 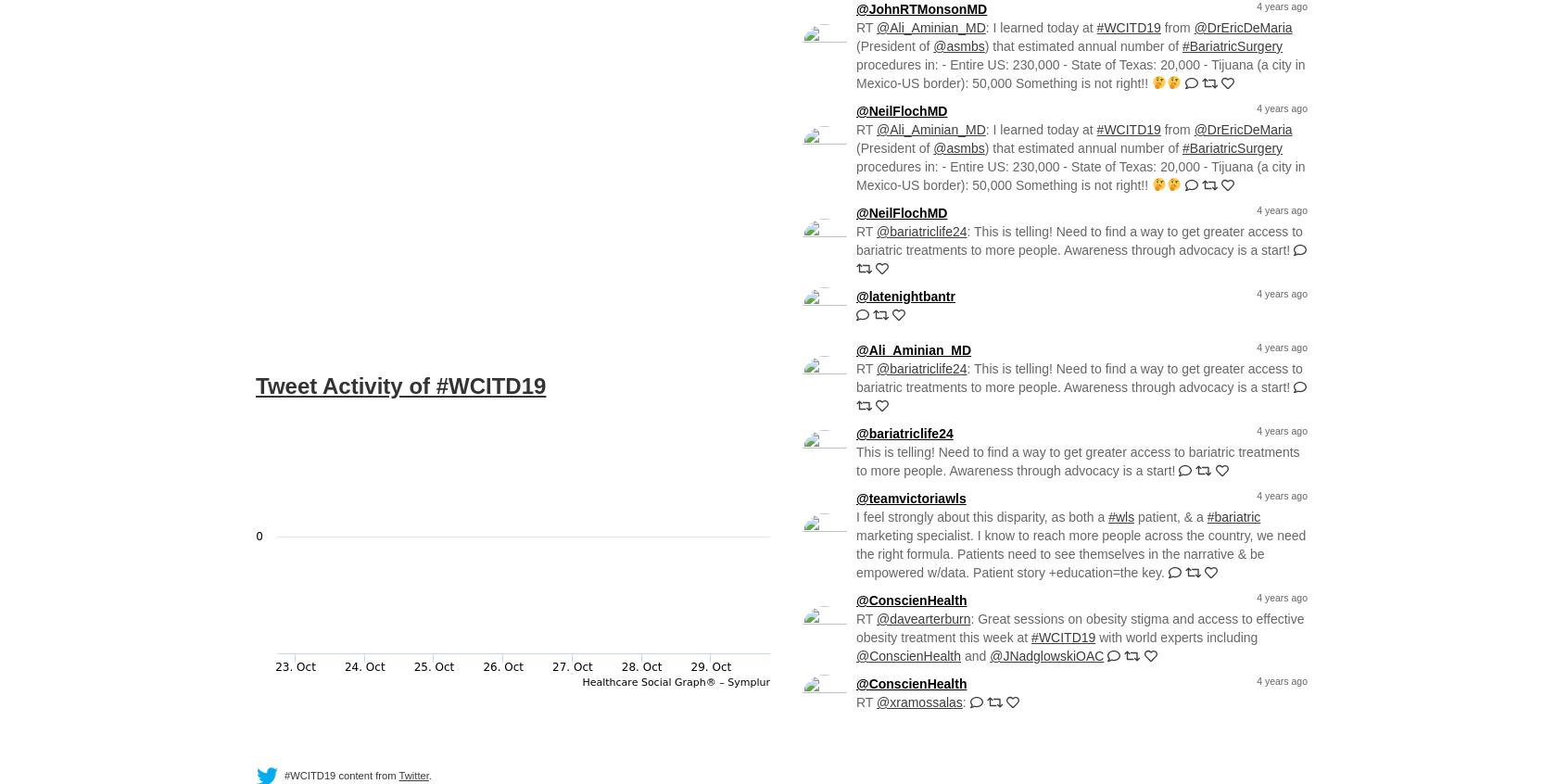 I want to click on '27. Oct', so click(x=550, y=666).